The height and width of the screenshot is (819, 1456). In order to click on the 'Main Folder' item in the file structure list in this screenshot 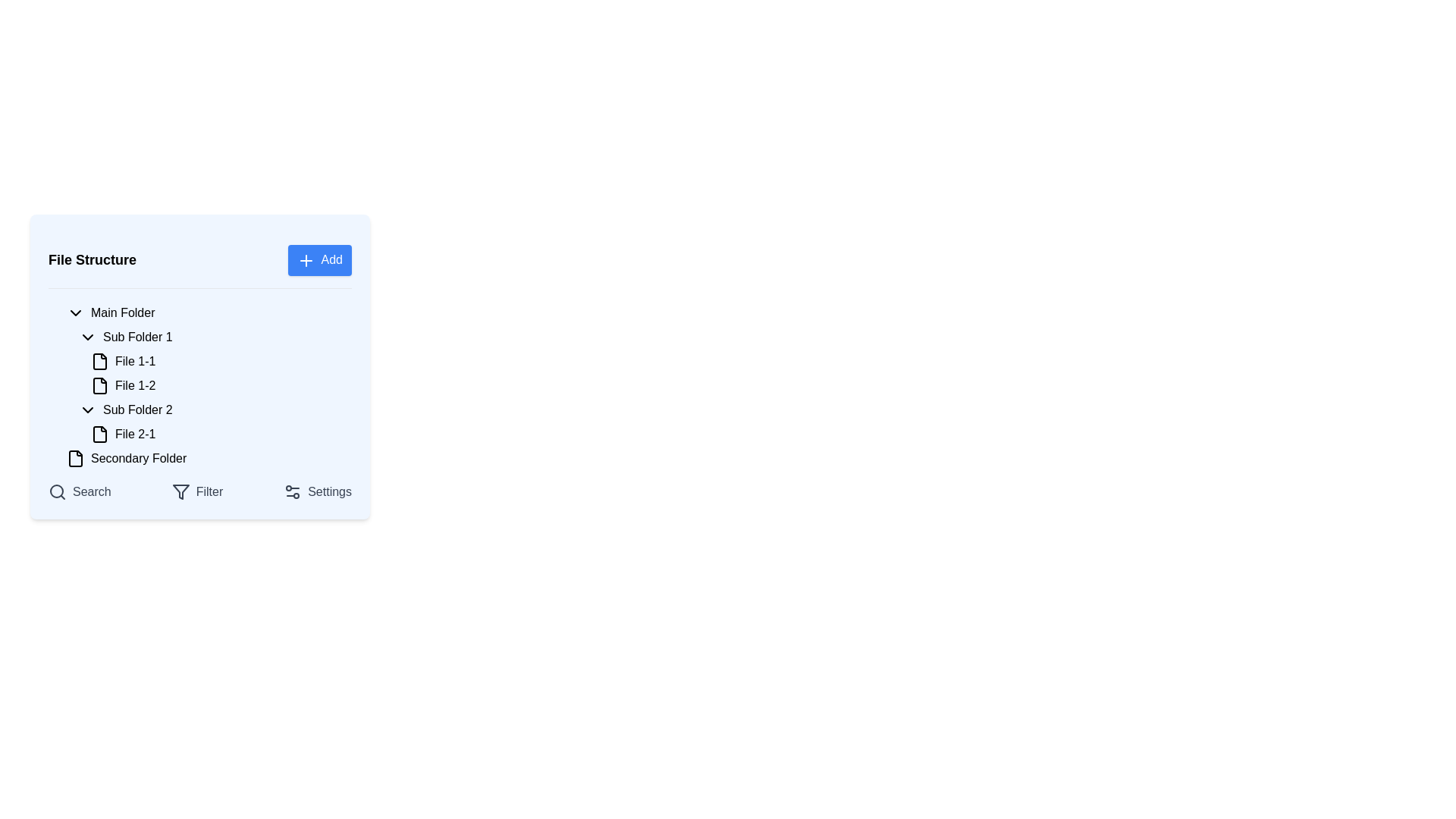, I will do `click(206, 312)`.